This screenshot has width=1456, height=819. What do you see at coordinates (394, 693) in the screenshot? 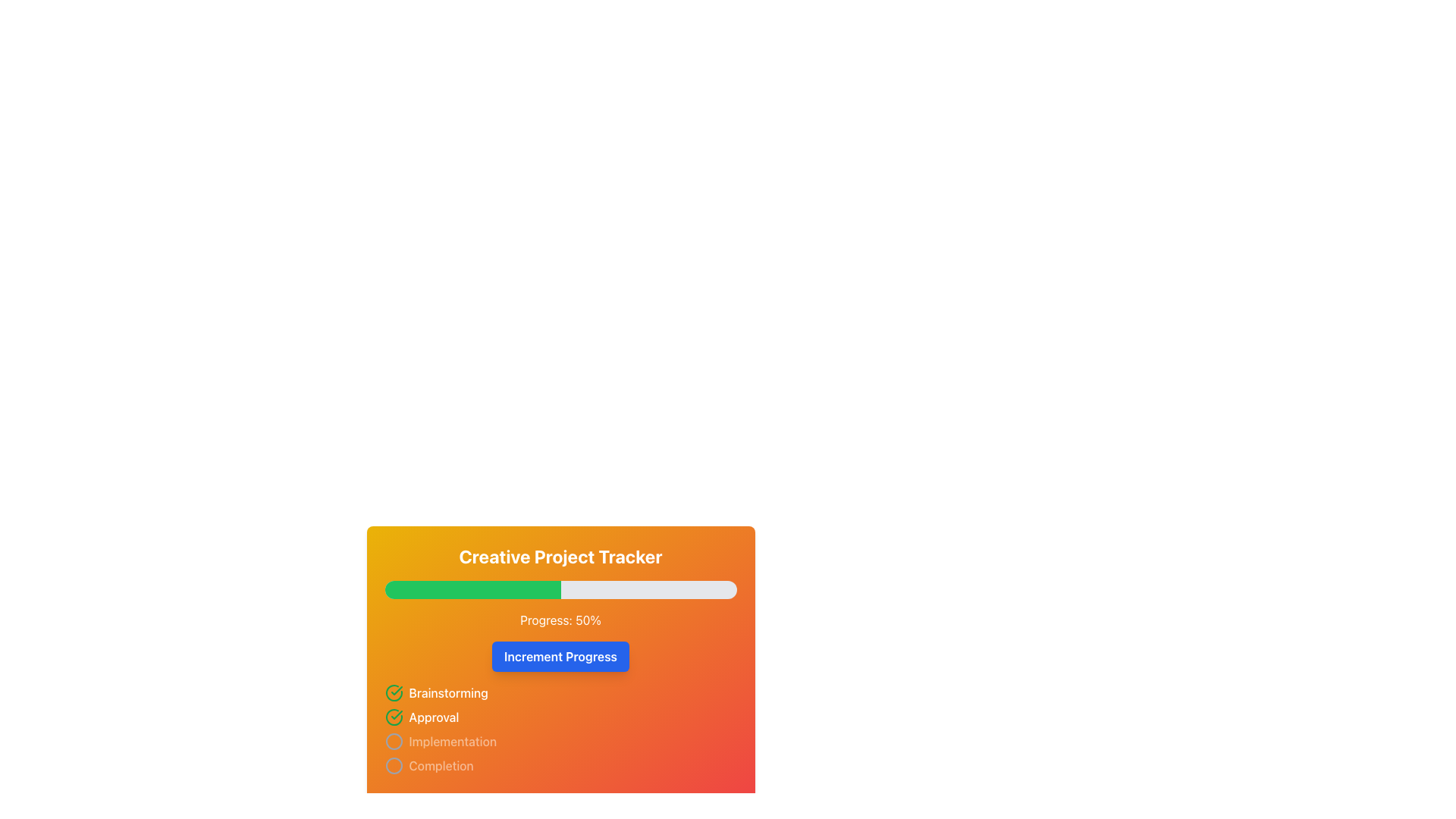
I see `the green circular icon with a checkmark, which indicates the completed status of the 'Brainstorming' task in the 'Creative Project Tracker' checklist` at bounding box center [394, 693].